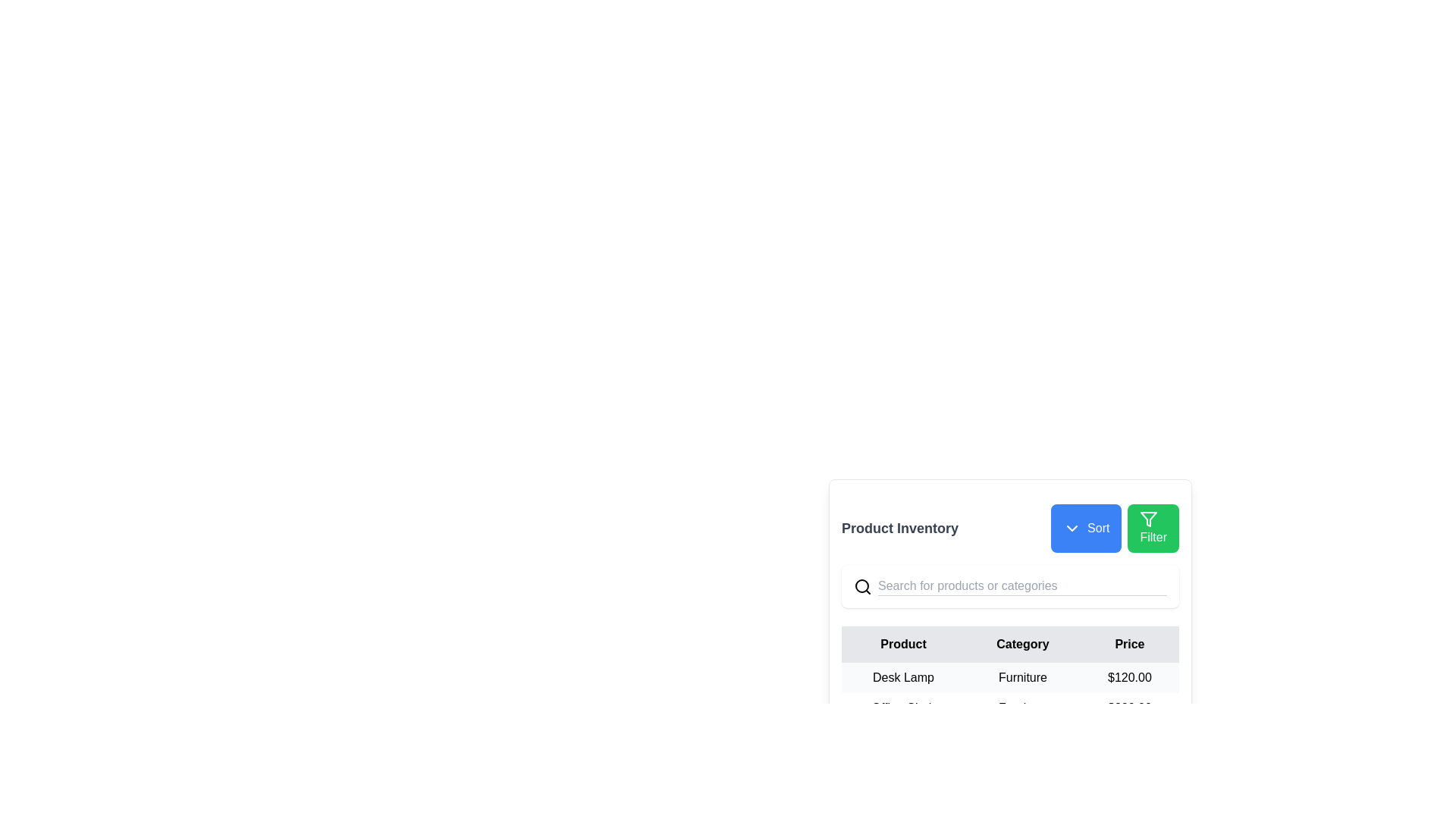 Image resolution: width=1456 pixels, height=819 pixels. Describe the element at coordinates (1149, 519) in the screenshot. I see `the filter icon button resembling a funnel, located on the right side of the toolbar above the 'Product Inventory' table` at that location.